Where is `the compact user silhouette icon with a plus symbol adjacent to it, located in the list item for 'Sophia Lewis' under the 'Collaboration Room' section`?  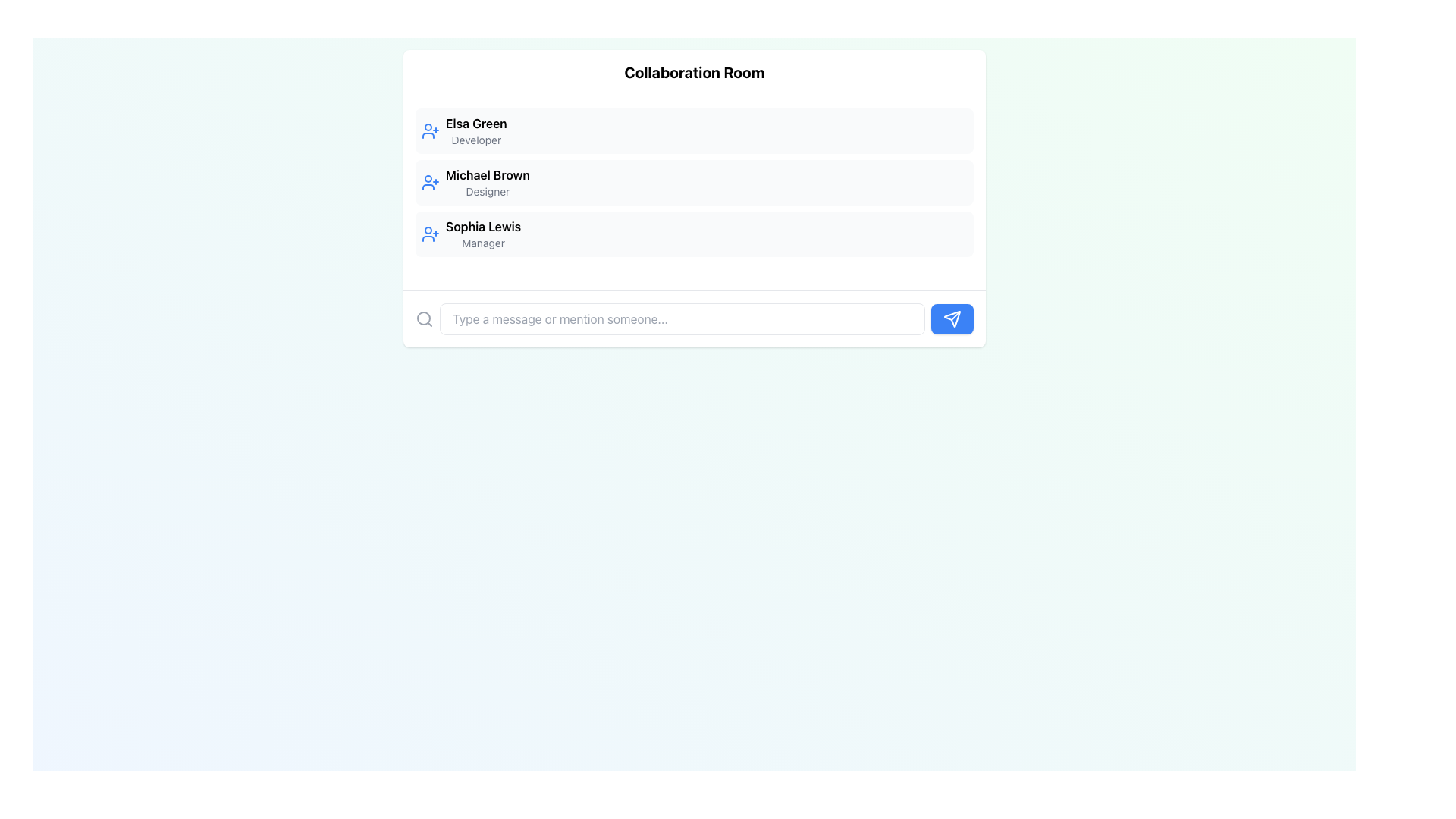 the compact user silhouette icon with a plus symbol adjacent to it, located in the list item for 'Sophia Lewis' under the 'Collaboration Room' section is located at coordinates (429, 234).